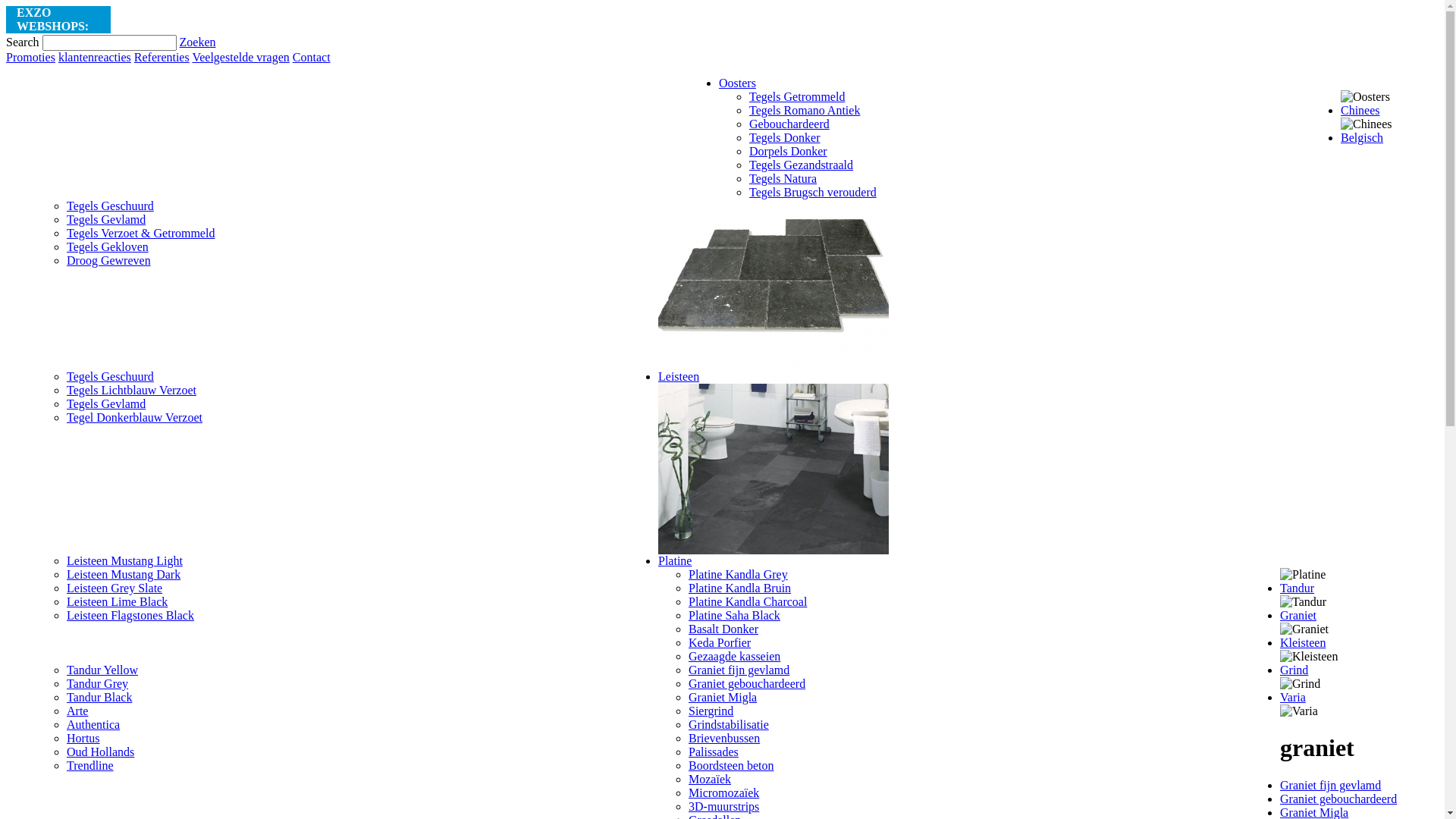  Describe the element at coordinates (800, 165) in the screenshot. I see `'Tegels Gezandstraald'` at that location.